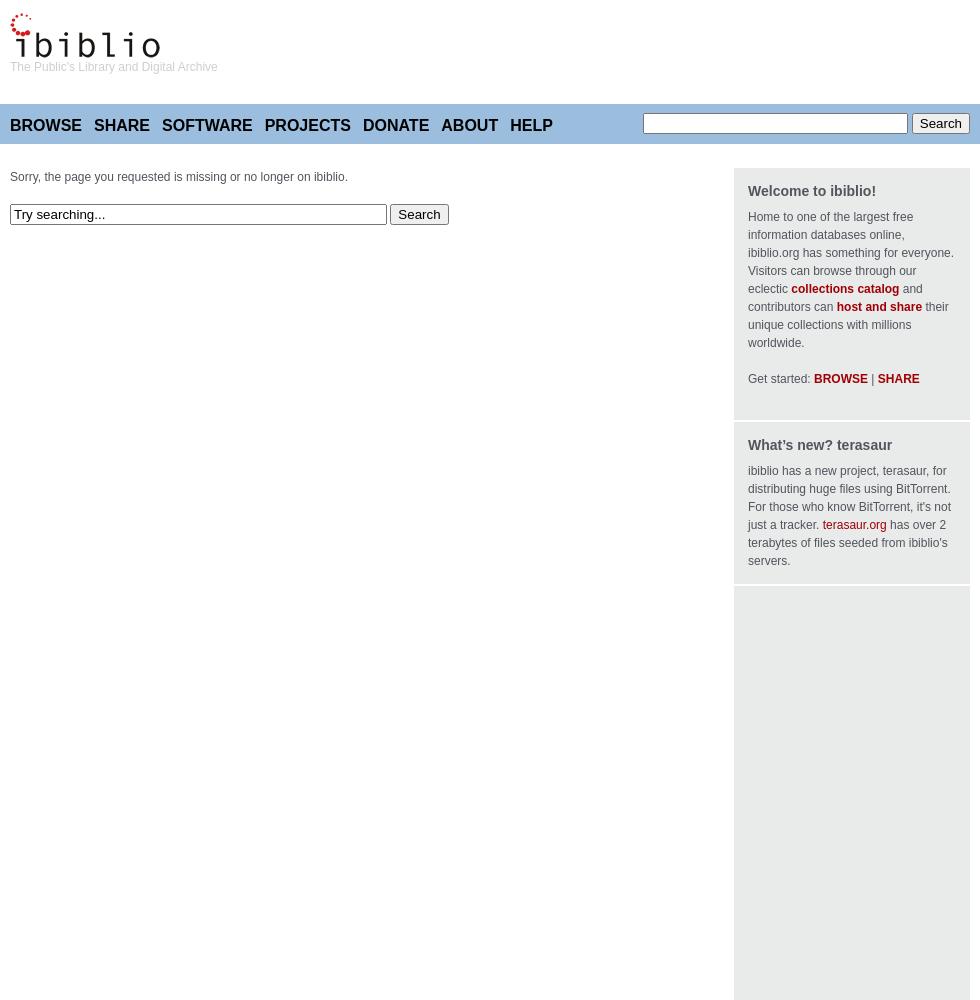 The width and height of the screenshot is (980, 1000). I want to click on 'has over 2 terabytes of files seeded from ibiblio's servers.', so click(847, 543).